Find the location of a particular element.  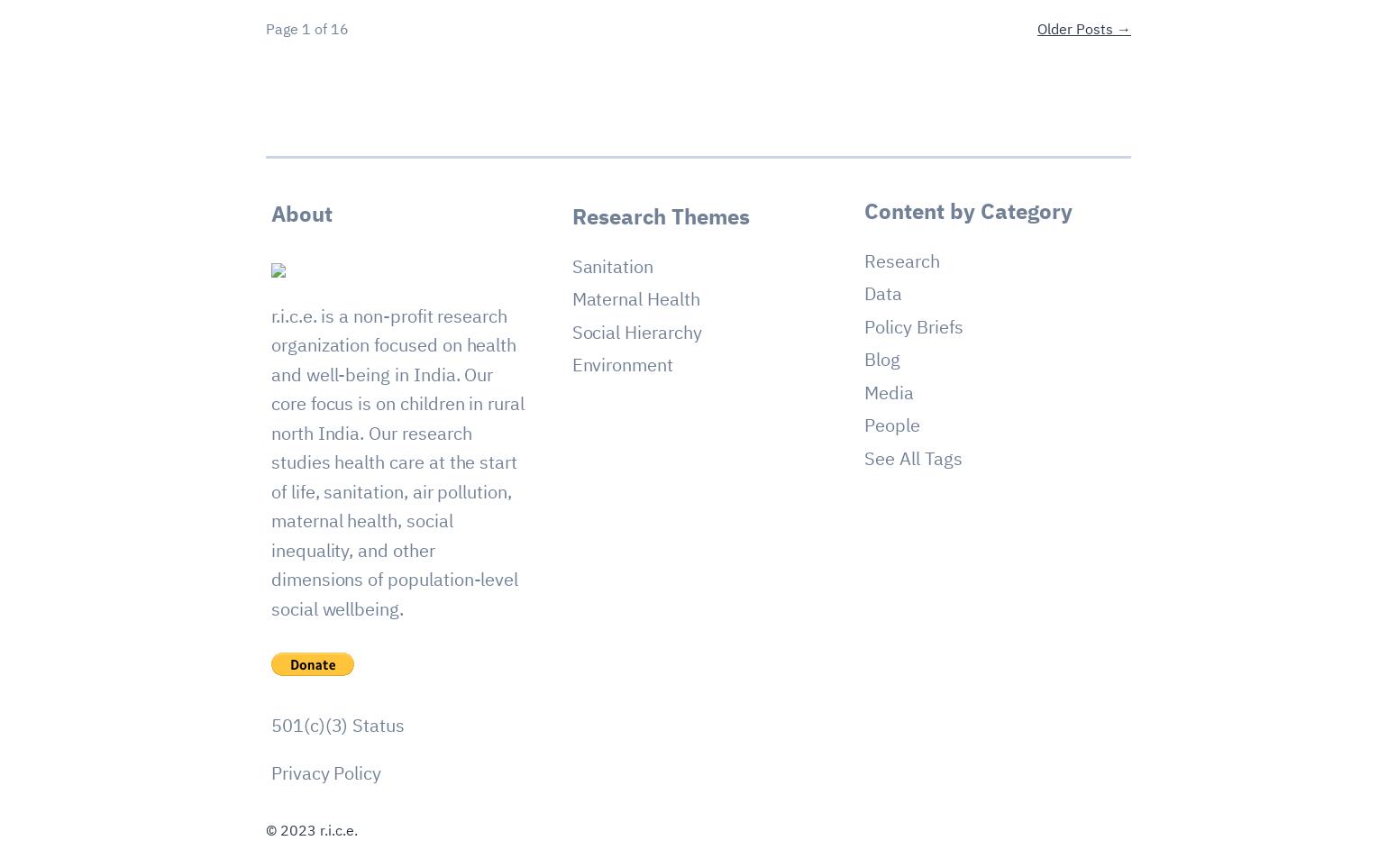

'2023' is located at coordinates (297, 830).